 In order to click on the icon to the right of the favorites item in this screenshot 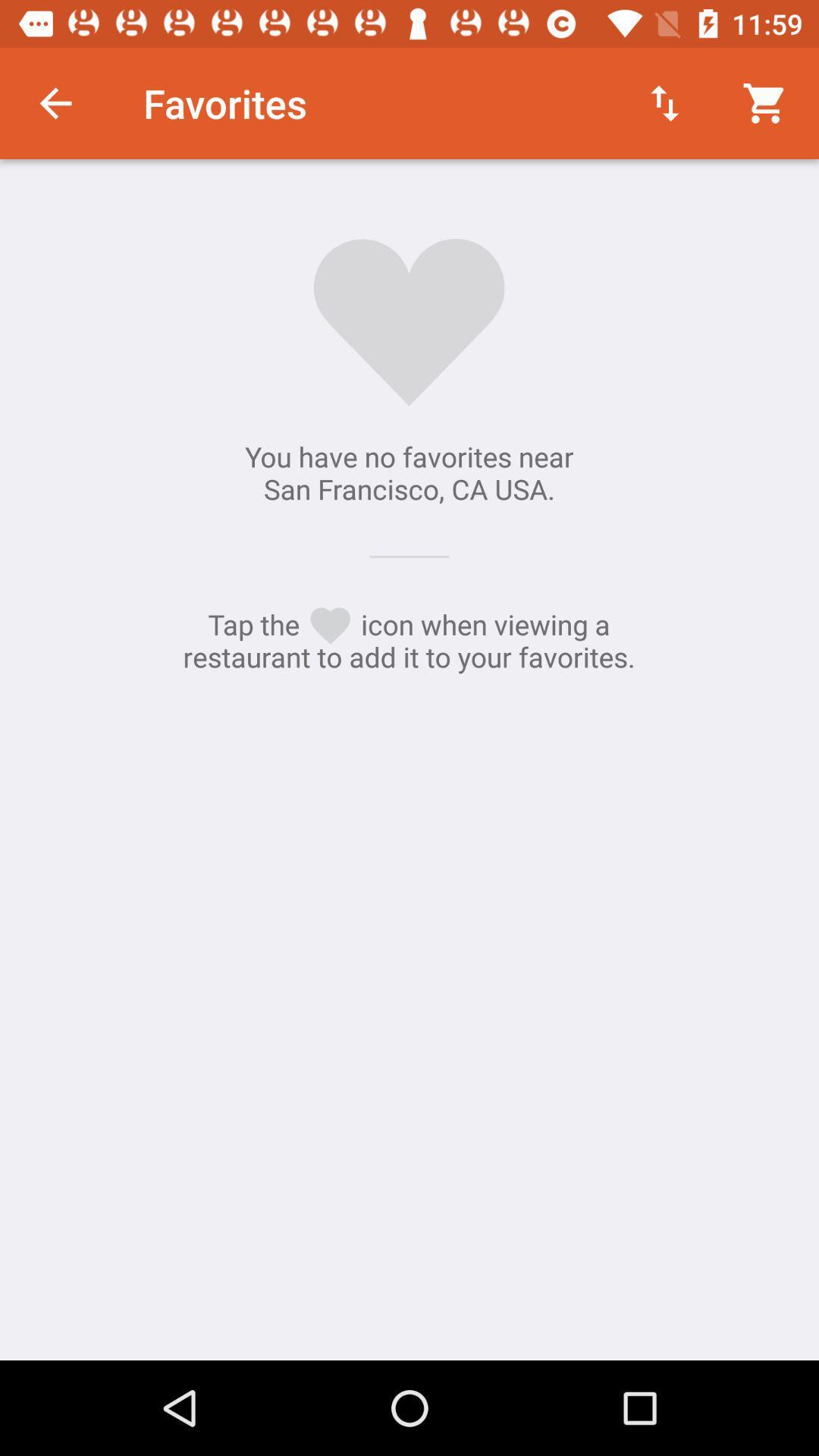, I will do `click(664, 102)`.